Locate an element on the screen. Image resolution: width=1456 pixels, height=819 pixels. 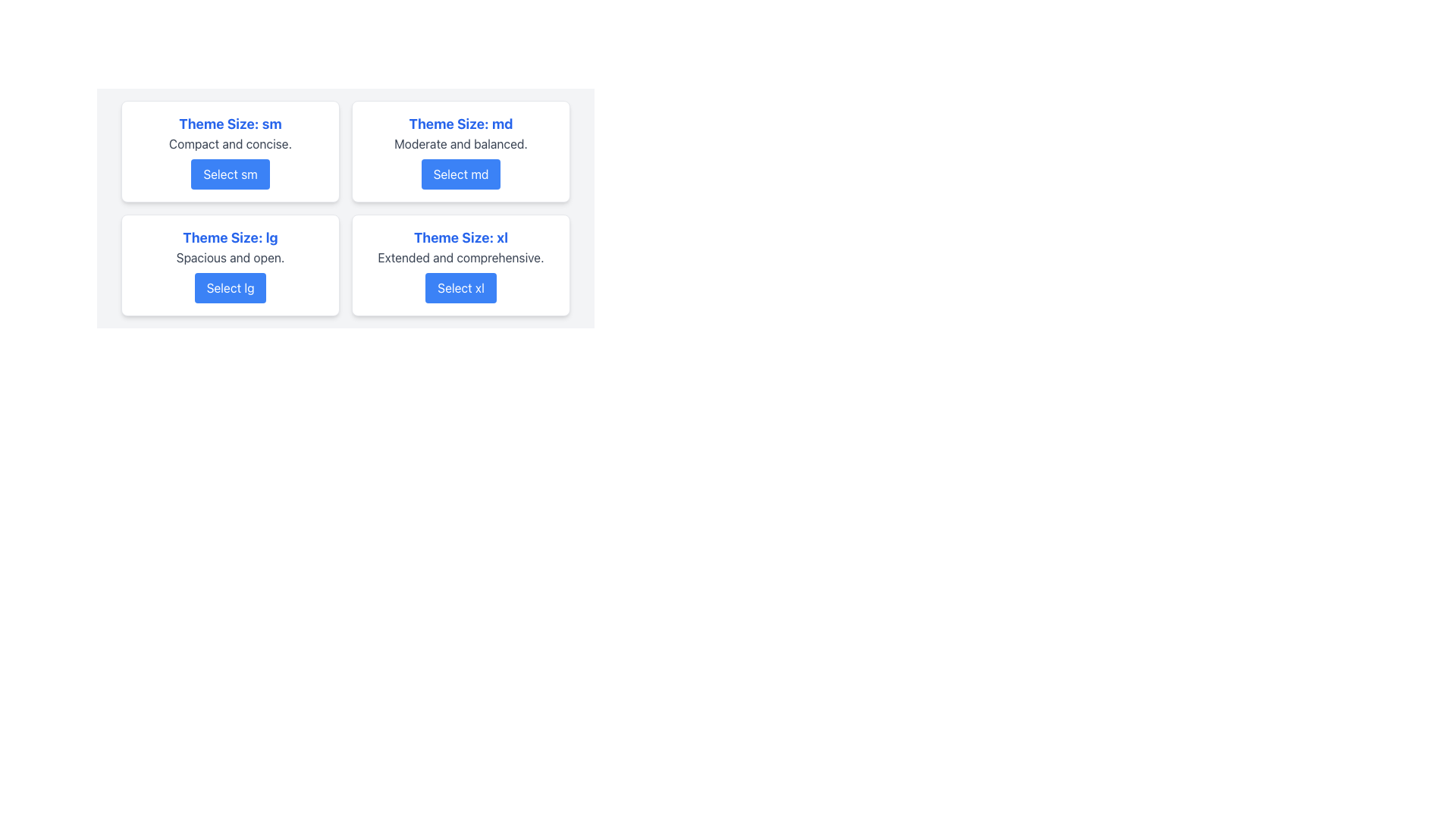
the Card with Button that displays the theme size labeled 'lg' located in the bottom-left position of the grid layout is located at coordinates (229, 265).